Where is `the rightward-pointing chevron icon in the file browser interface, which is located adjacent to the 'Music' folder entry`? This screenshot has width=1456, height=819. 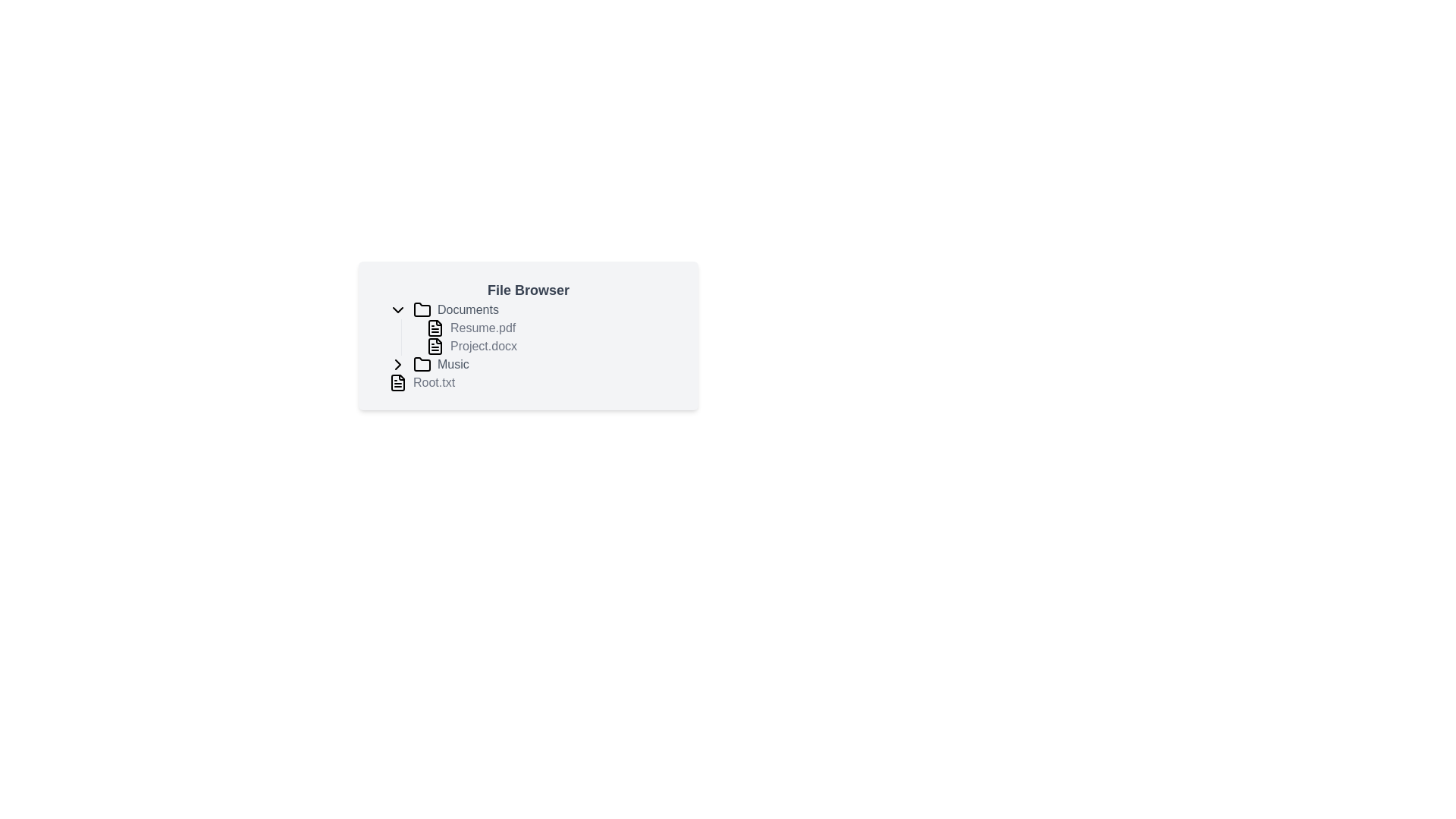
the rightward-pointing chevron icon in the file browser interface, which is located adjacent to the 'Music' folder entry is located at coordinates (397, 365).